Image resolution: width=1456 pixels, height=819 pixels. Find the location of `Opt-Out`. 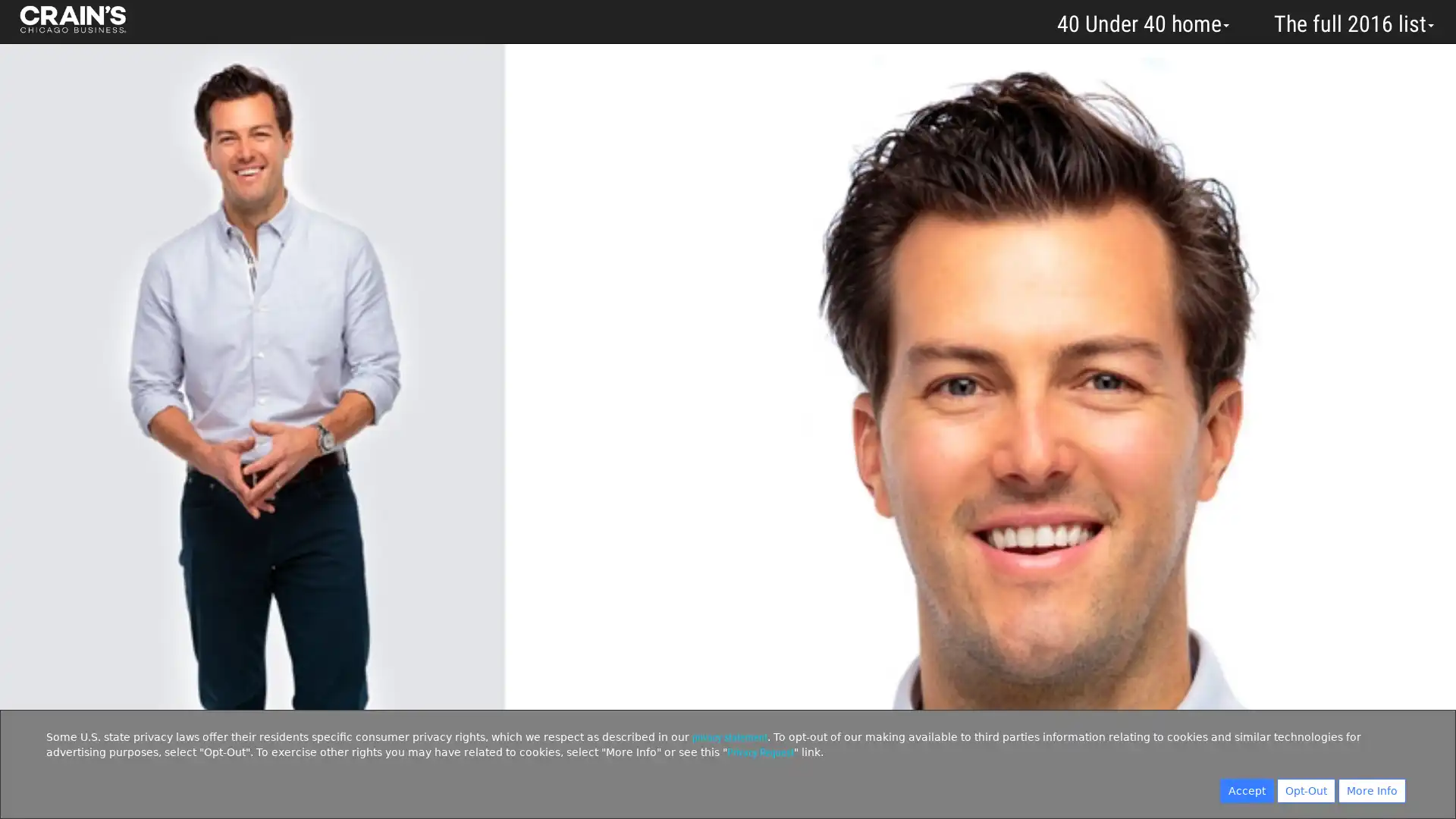

Opt-Out is located at coordinates (1305, 789).